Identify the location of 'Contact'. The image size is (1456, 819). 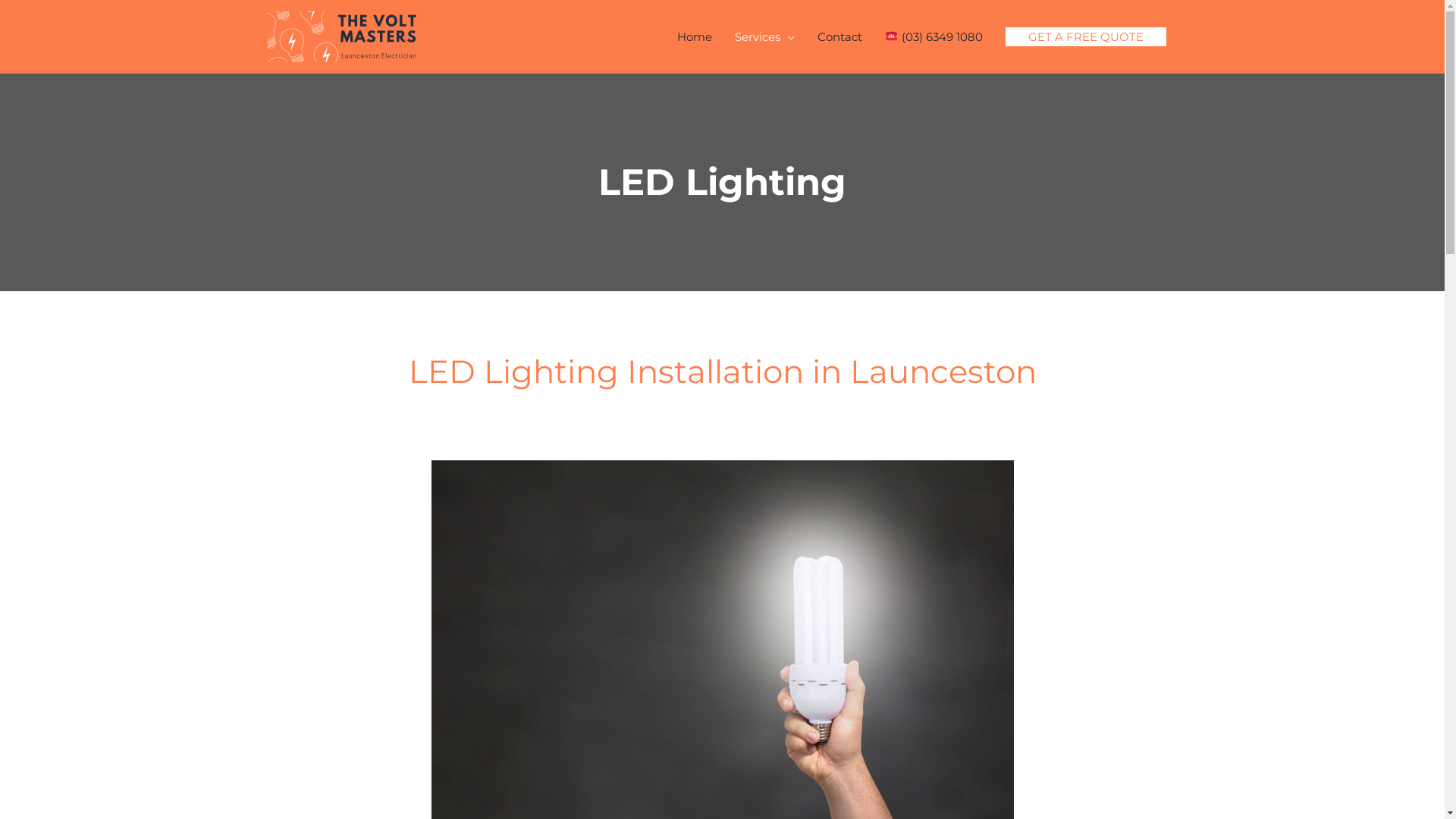
(839, 35).